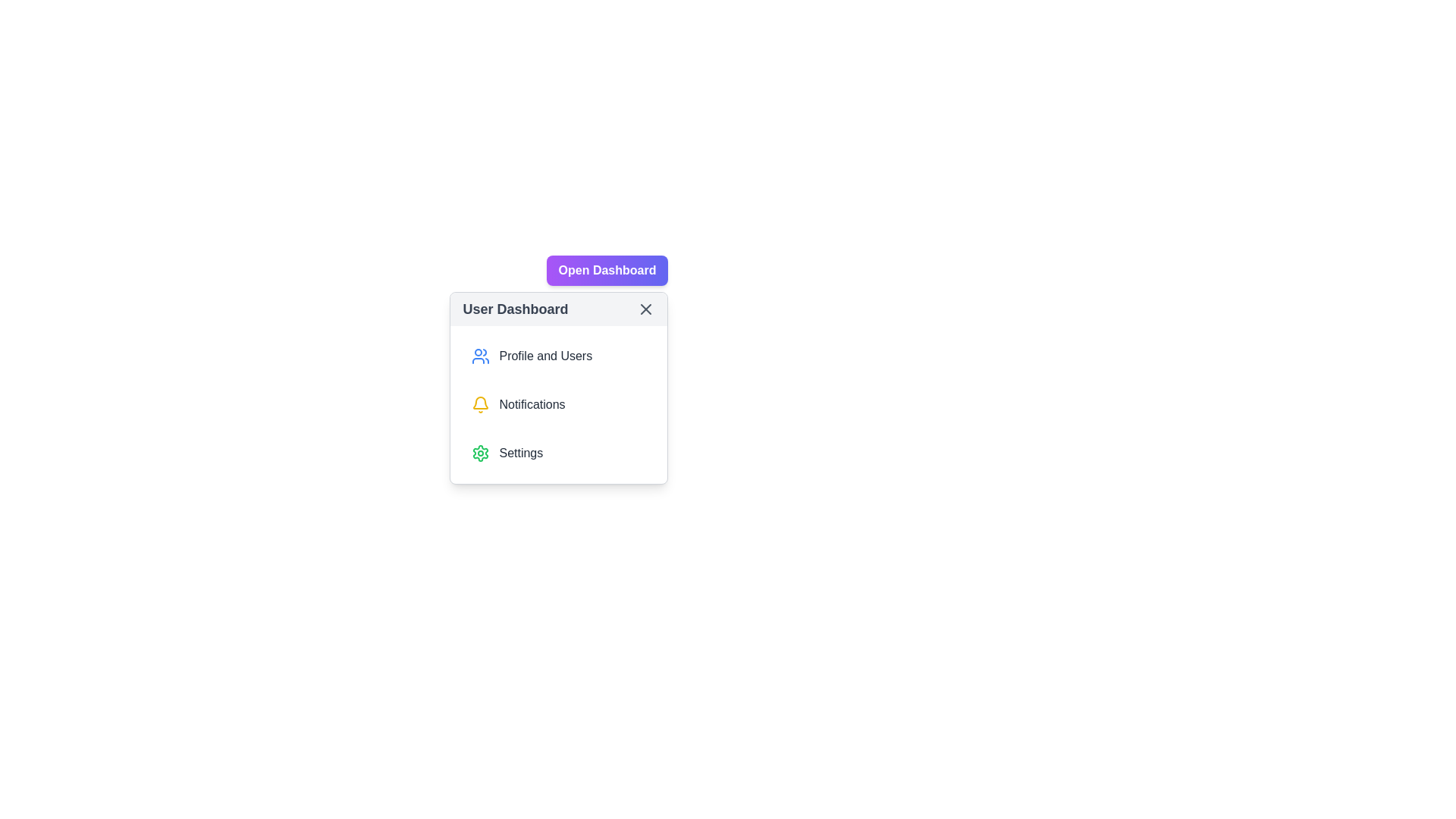 Image resolution: width=1456 pixels, height=819 pixels. Describe the element at coordinates (480, 403) in the screenshot. I see `the bell-shaped notification icon with a yellow outline, located to the left of the 'Notifications' text in the User Dashboard menu` at that location.